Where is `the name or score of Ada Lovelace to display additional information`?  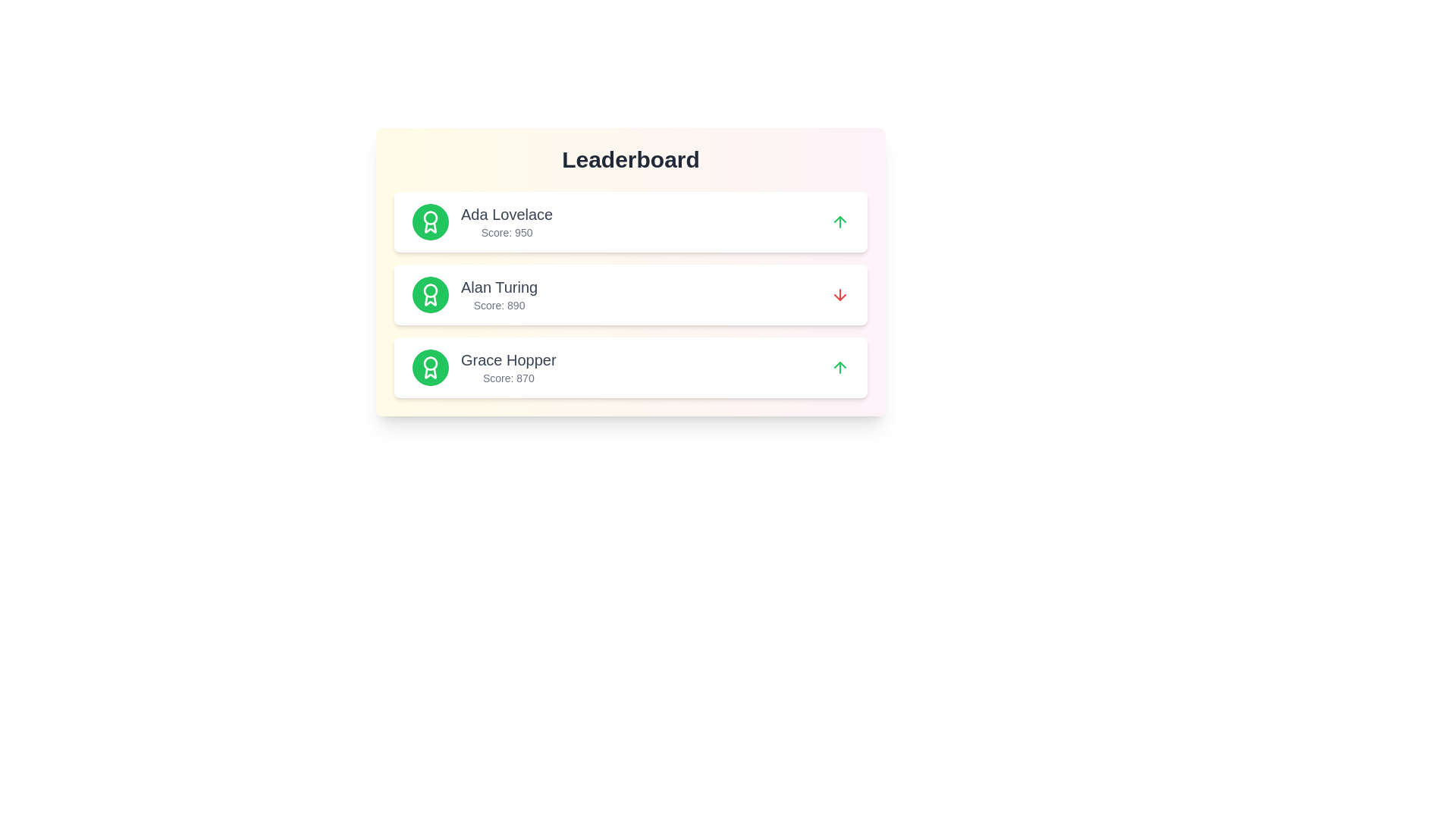 the name or score of Ada Lovelace to display additional information is located at coordinates (507, 214).